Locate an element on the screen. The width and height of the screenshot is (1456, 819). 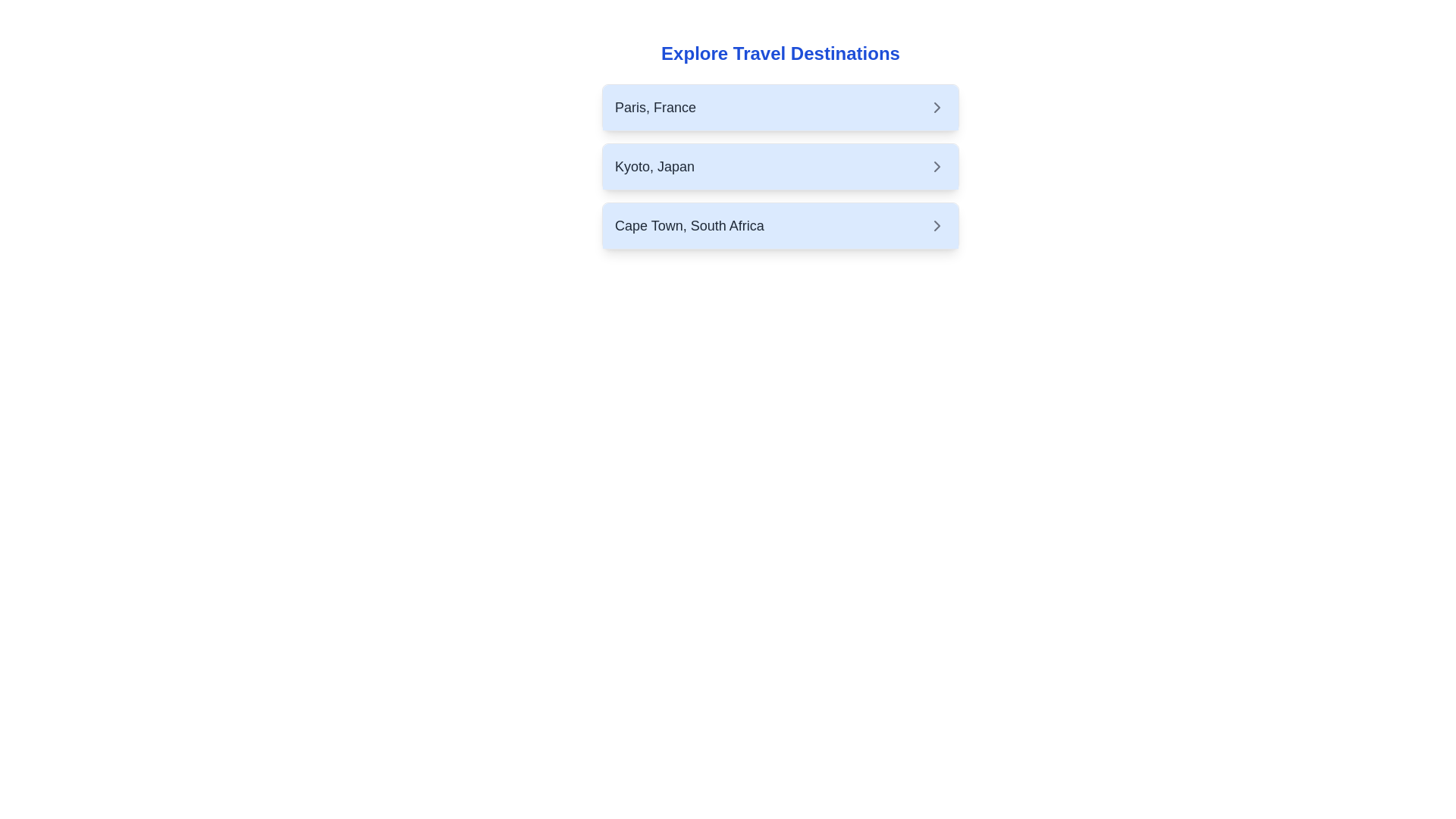
the static text element that displays 'Cape Town, South Africa', which is located inside the third rectangular button under the heading 'Explore Travel Destinations' is located at coordinates (689, 225).